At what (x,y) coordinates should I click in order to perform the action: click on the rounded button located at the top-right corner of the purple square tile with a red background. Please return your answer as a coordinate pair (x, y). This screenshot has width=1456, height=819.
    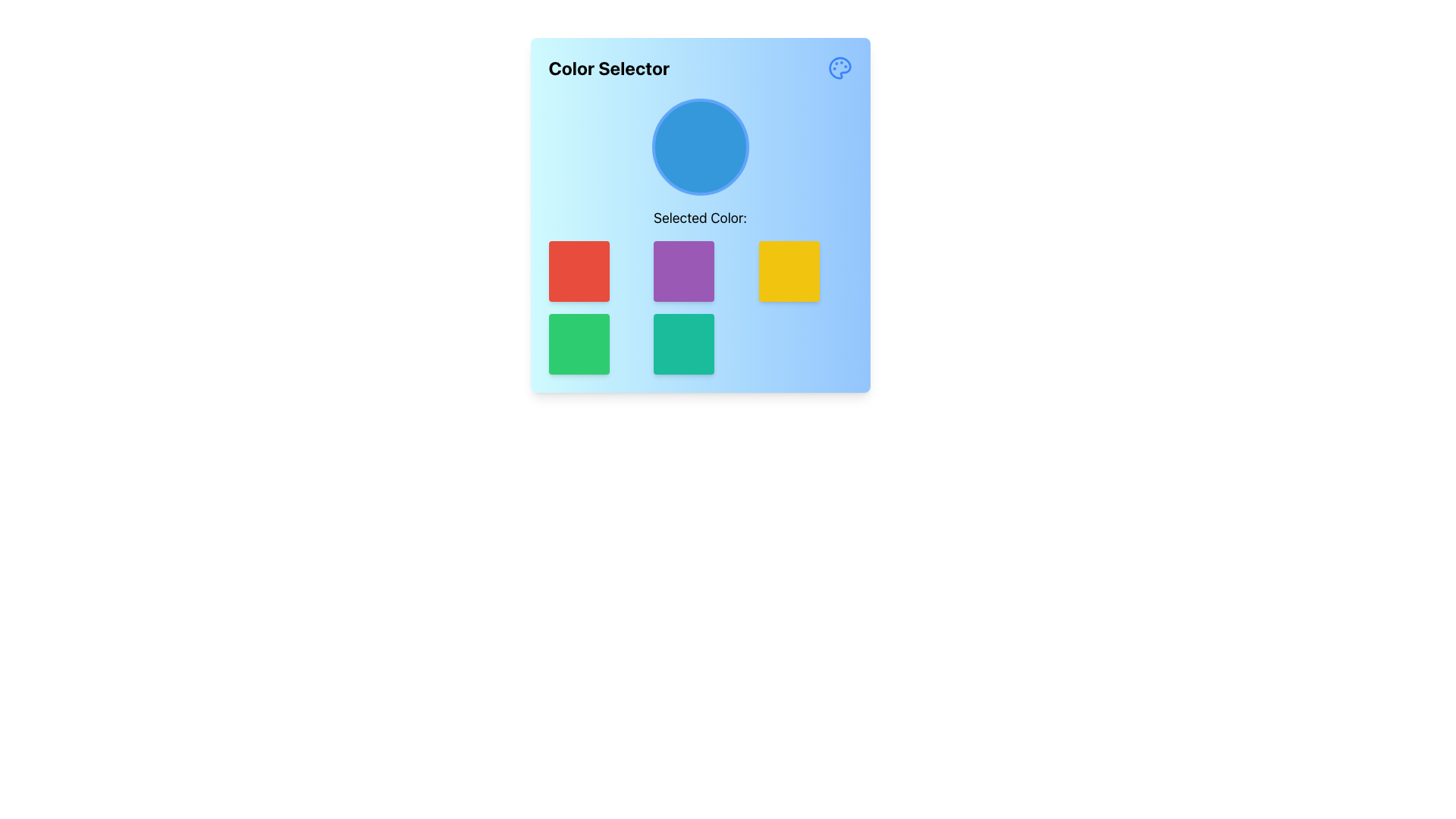
    Looking at the image, I should click on (737, 249).